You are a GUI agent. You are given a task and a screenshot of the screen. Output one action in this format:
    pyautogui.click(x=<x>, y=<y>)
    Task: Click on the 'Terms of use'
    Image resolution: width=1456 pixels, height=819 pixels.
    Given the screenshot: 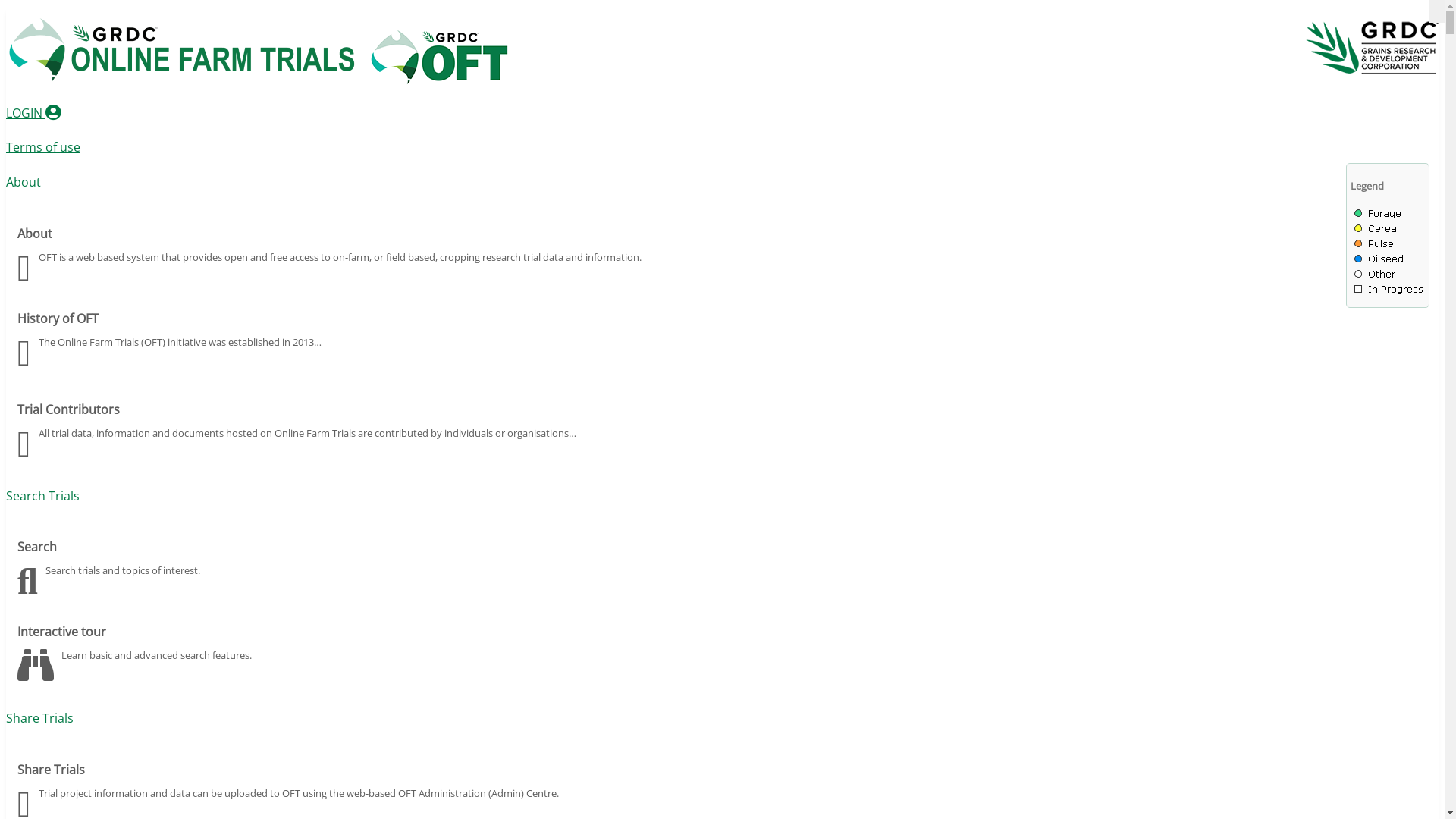 What is the action you would take?
    pyautogui.click(x=43, y=146)
    